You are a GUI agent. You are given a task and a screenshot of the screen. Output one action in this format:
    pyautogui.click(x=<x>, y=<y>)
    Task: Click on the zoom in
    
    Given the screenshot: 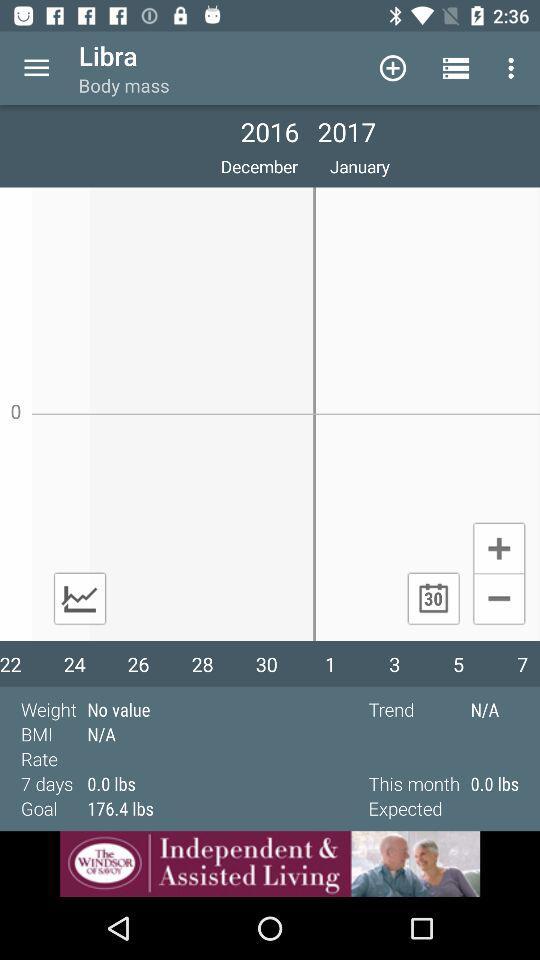 What is the action you would take?
    pyautogui.click(x=498, y=547)
    